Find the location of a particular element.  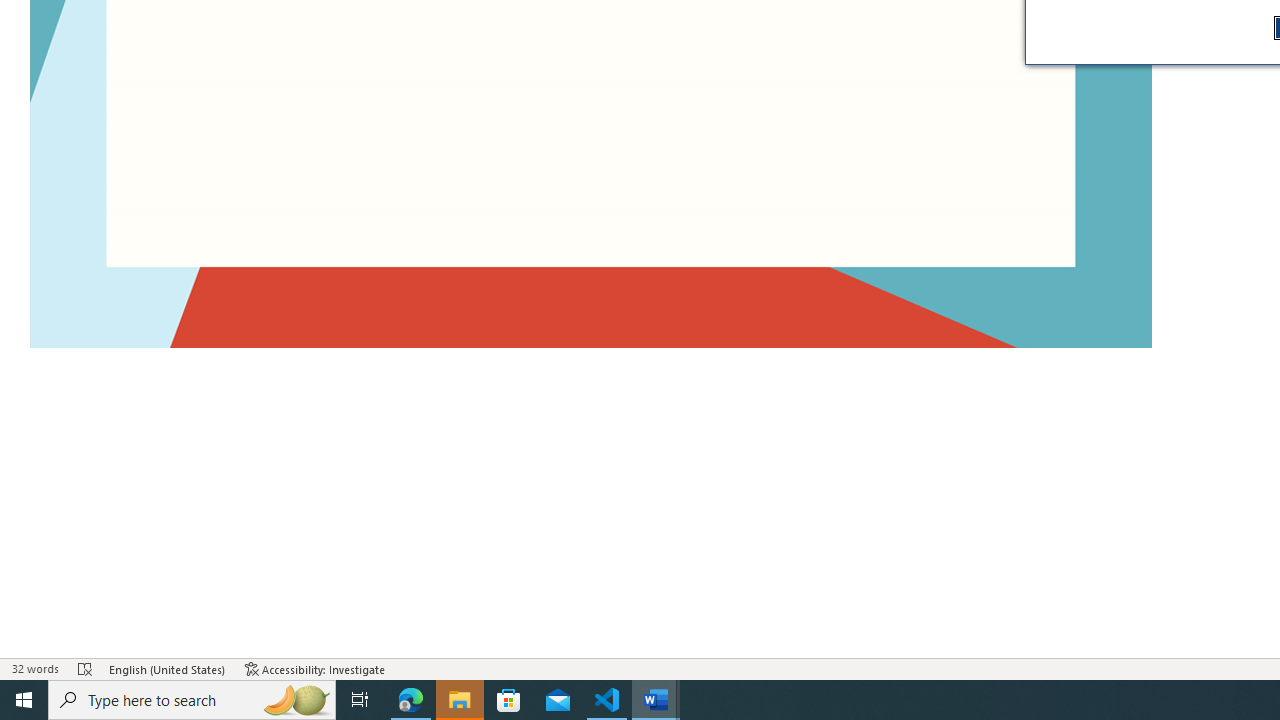

'Word Count 32 words' is located at coordinates (35, 669).